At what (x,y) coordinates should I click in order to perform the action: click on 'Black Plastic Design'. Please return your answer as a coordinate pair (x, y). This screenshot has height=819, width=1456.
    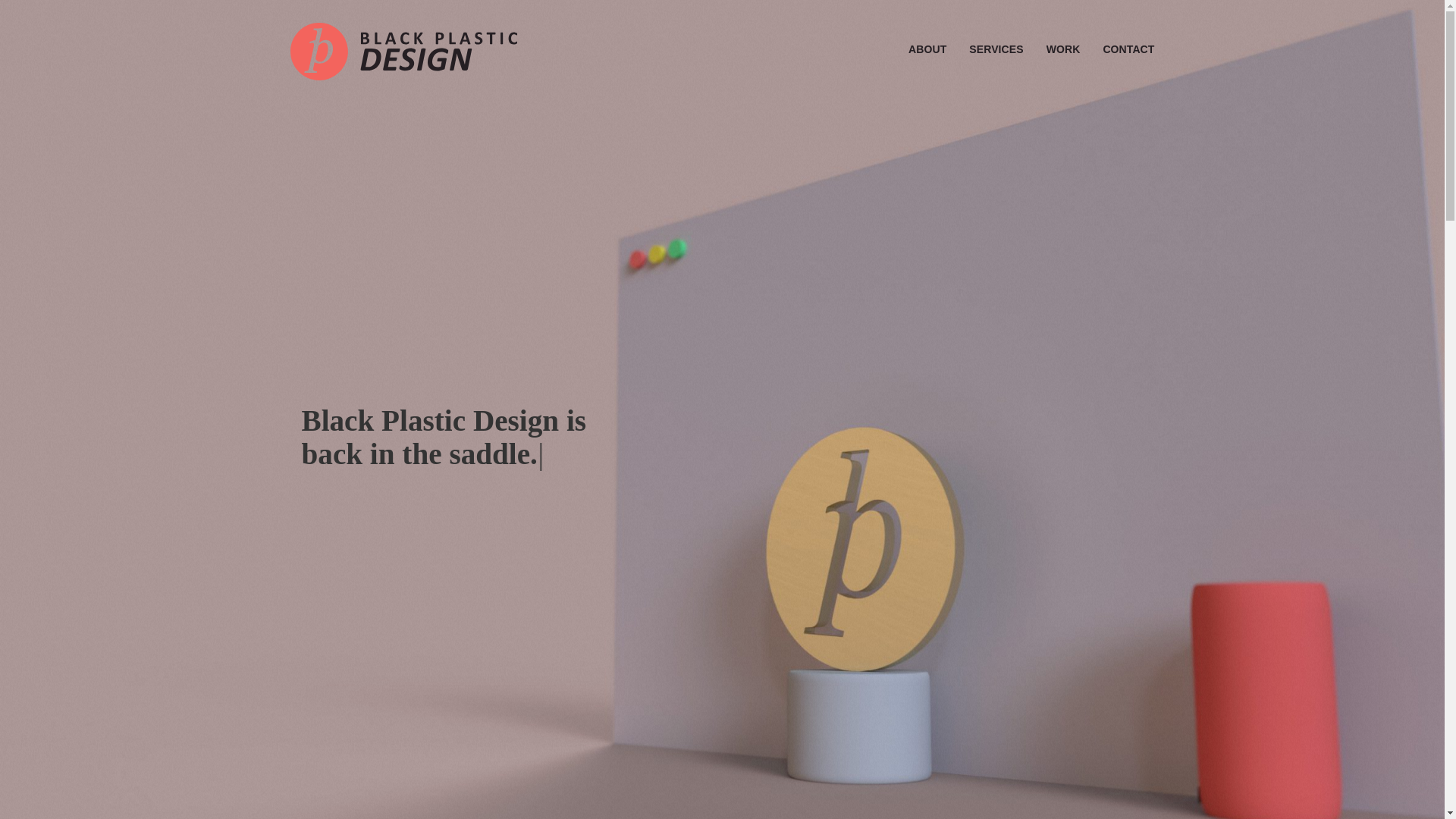
    Looking at the image, I should click on (279, 51).